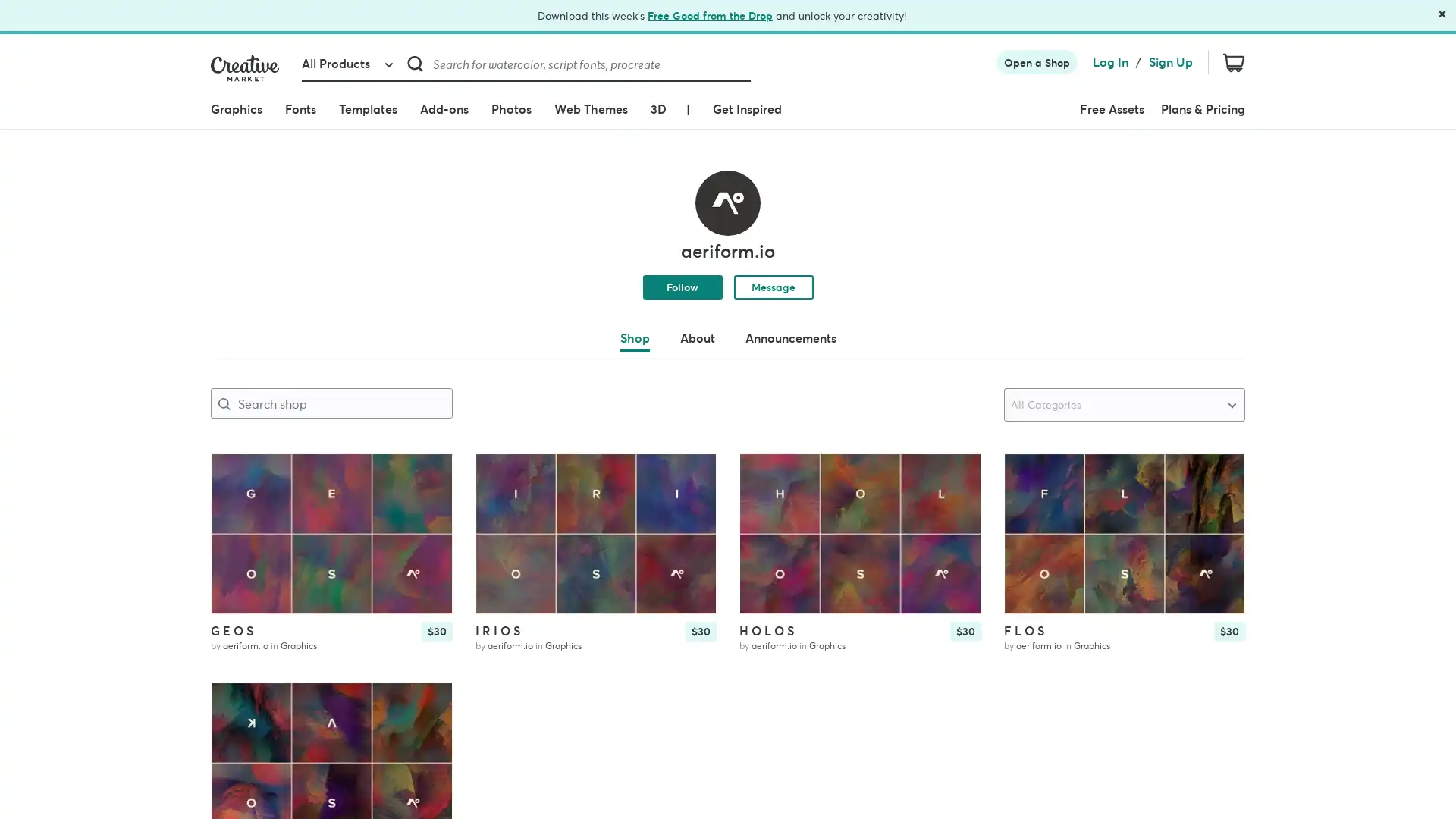  What do you see at coordinates (955, 500) in the screenshot?
I see `Save` at bounding box center [955, 500].